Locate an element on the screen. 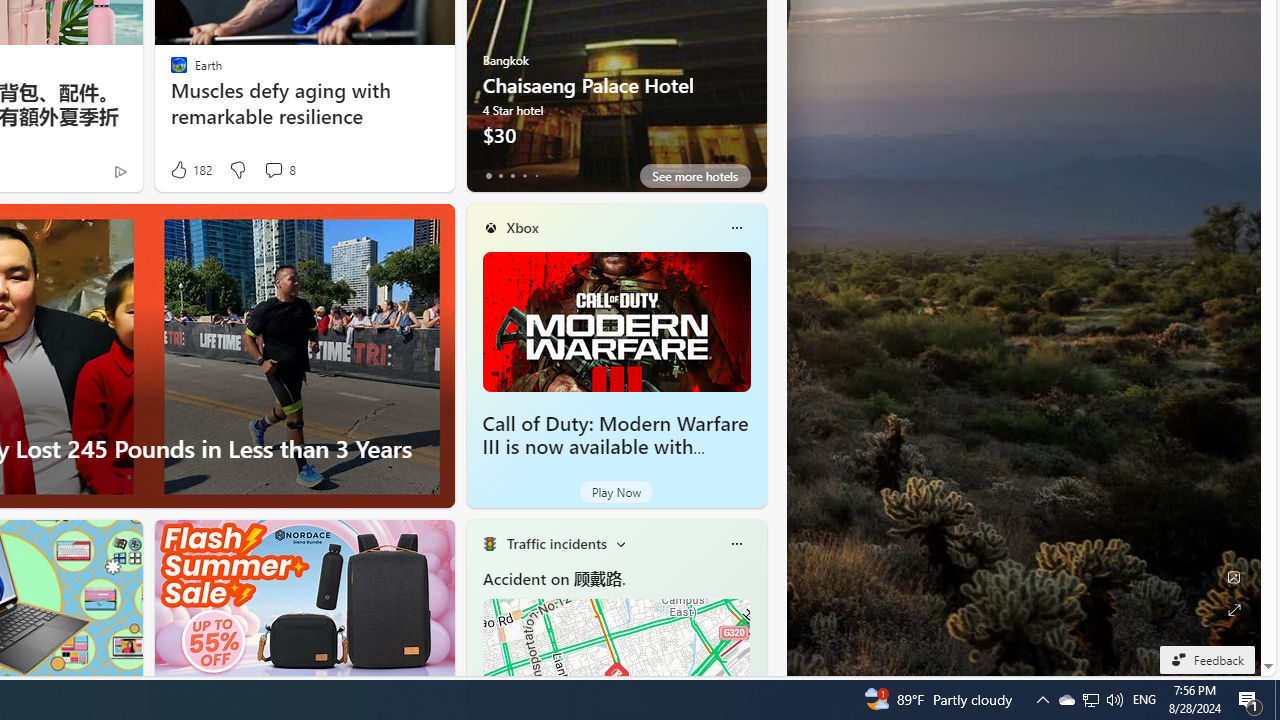 This screenshot has width=1280, height=720. 'Xbox' is located at coordinates (522, 226).